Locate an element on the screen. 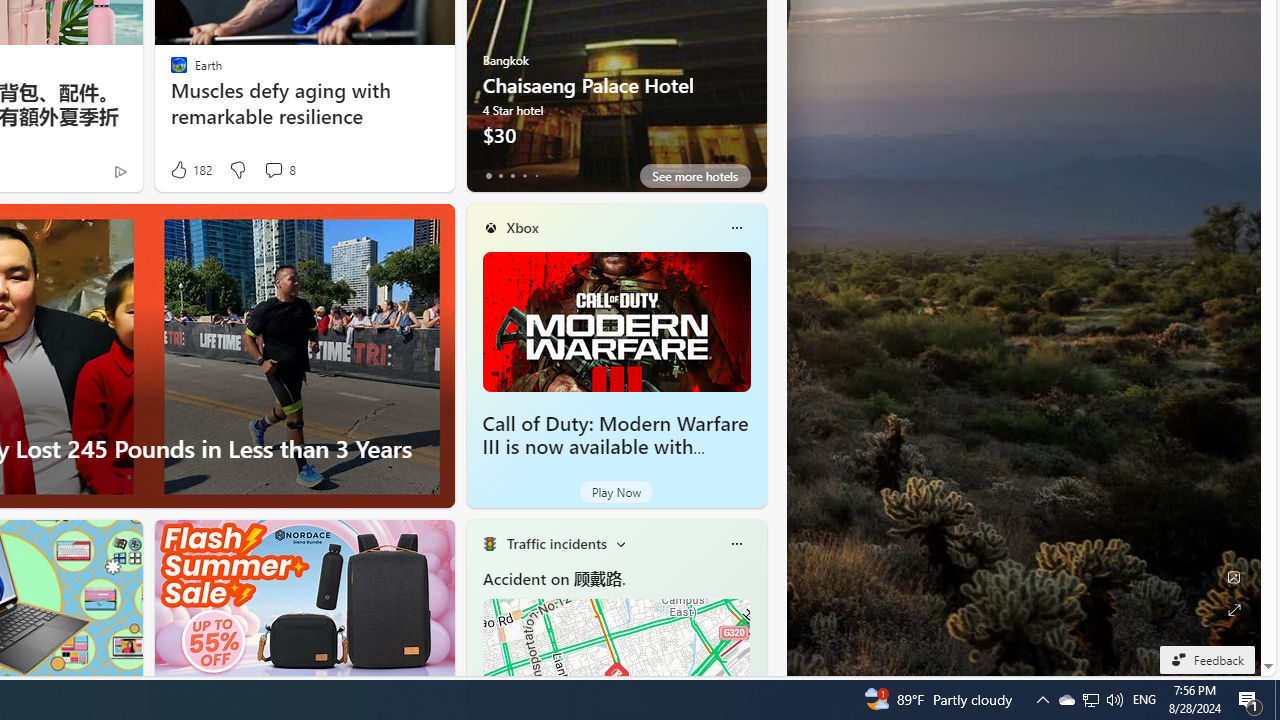 This screenshot has width=1280, height=720. 'Xbox' is located at coordinates (522, 226).